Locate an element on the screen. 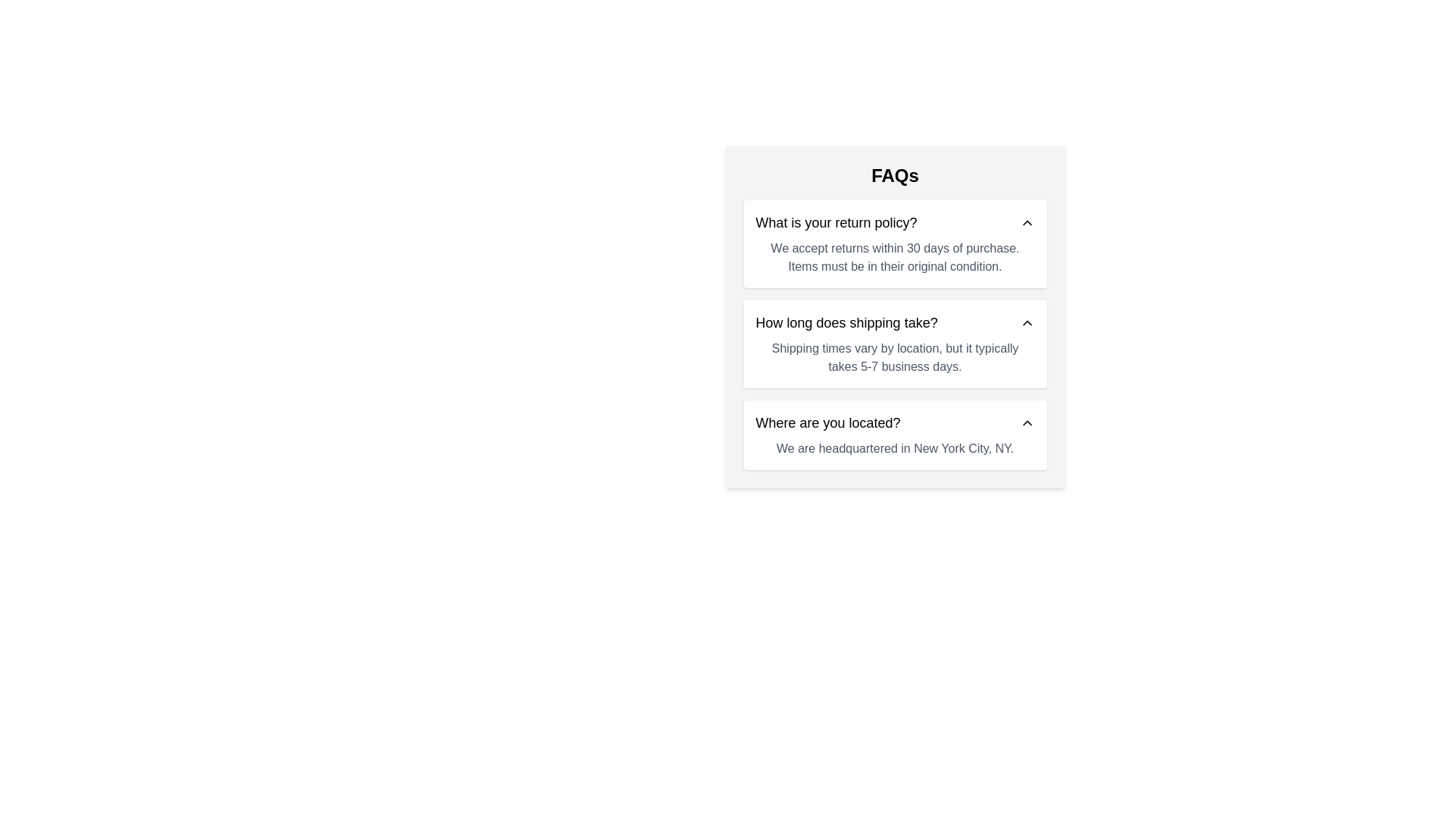 This screenshot has width=1456, height=819. the text block containing the message 'We accept returns within 30 days of purchase. Items must be in their original condition.' which is located below the heading 'What is your return policy?' in the FAQ section is located at coordinates (895, 256).